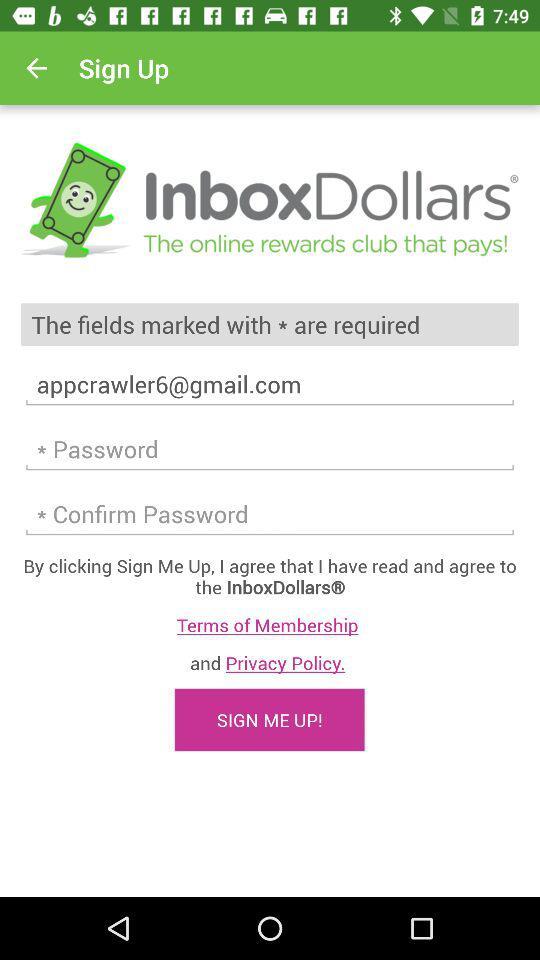 This screenshot has height=960, width=540. What do you see at coordinates (270, 324) in the screenshot?
I see `the item above appcrawler6@gmail.com item` at bounding box center [270, 324].